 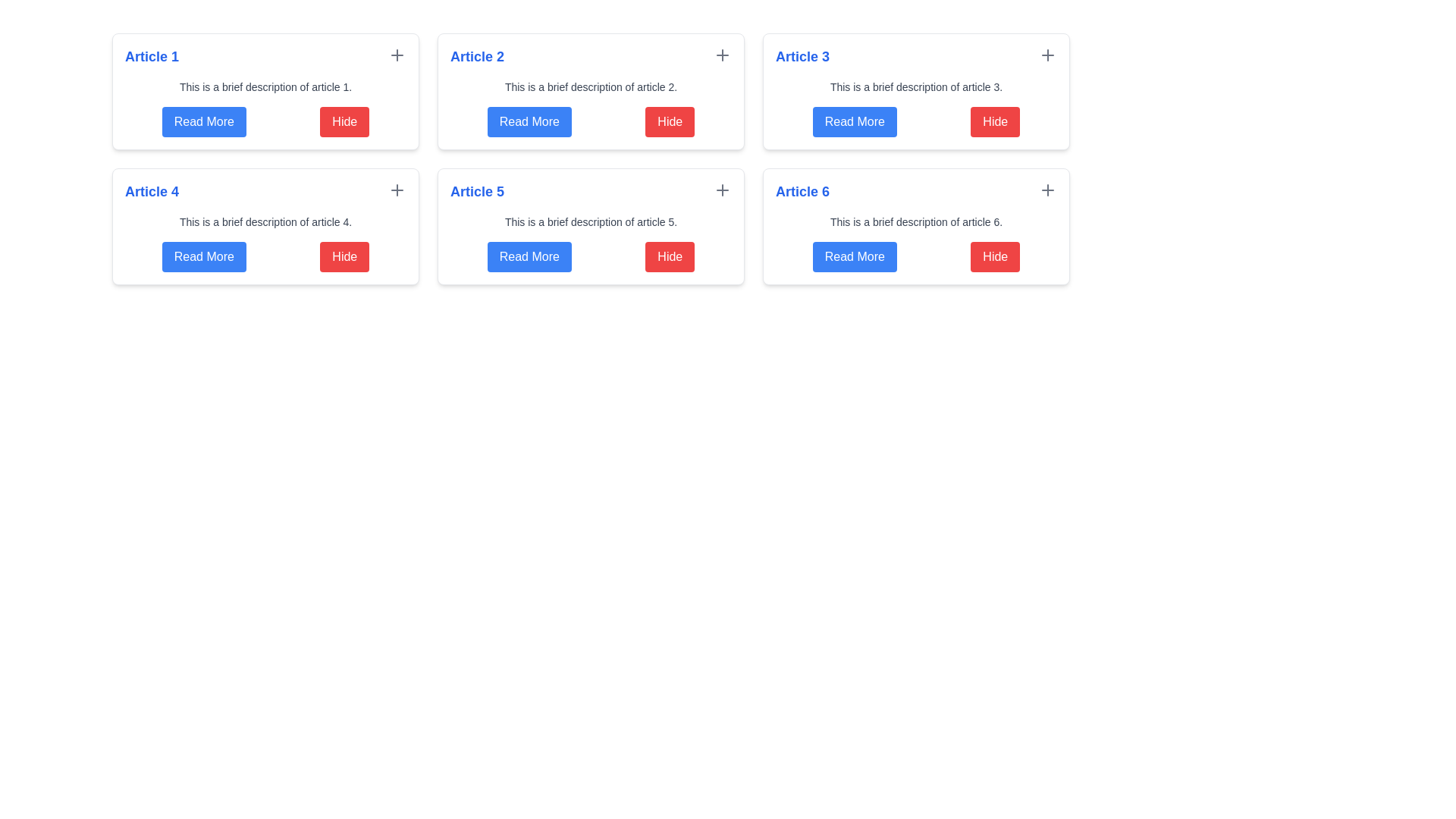 I want to click on the button that reveals more content related to 'Article 2', located in the top row, second card from the left, so click(x=529, y=121).